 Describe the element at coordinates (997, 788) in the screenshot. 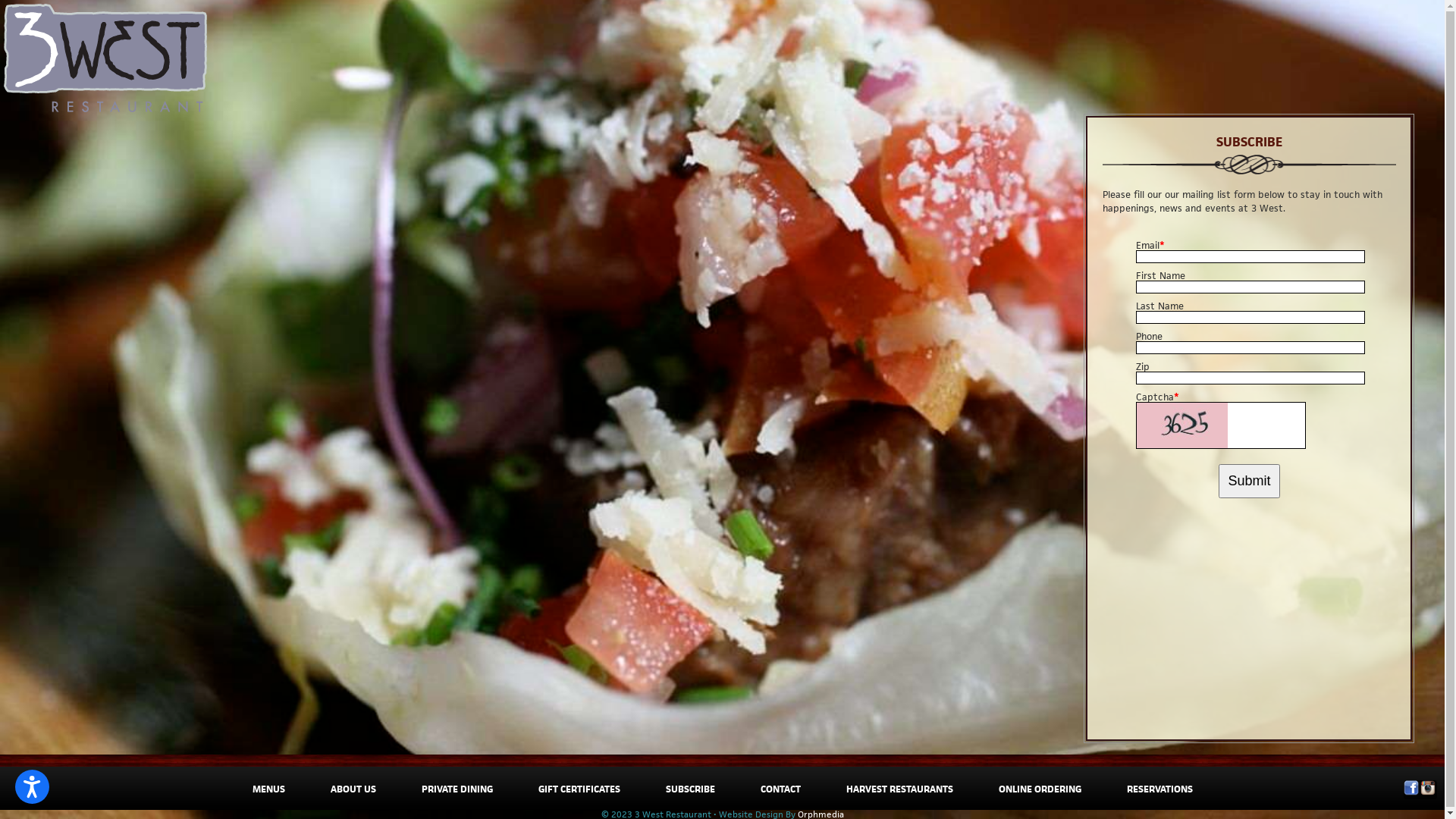

I see `'ONLINE ORDERING'` at that location.